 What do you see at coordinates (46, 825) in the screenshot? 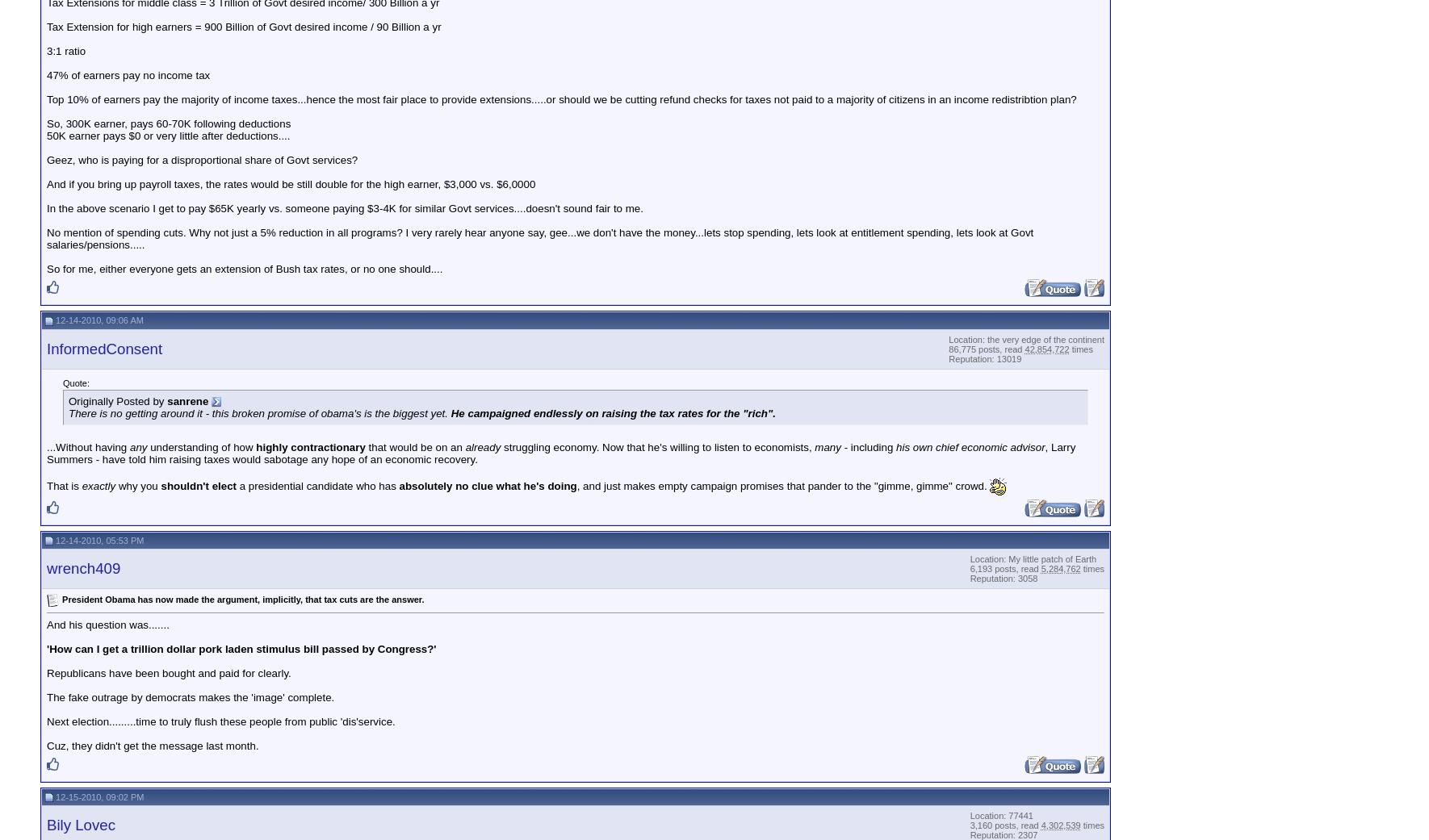
I see `'Bily Lovec'` at bounding box center [46, 825].